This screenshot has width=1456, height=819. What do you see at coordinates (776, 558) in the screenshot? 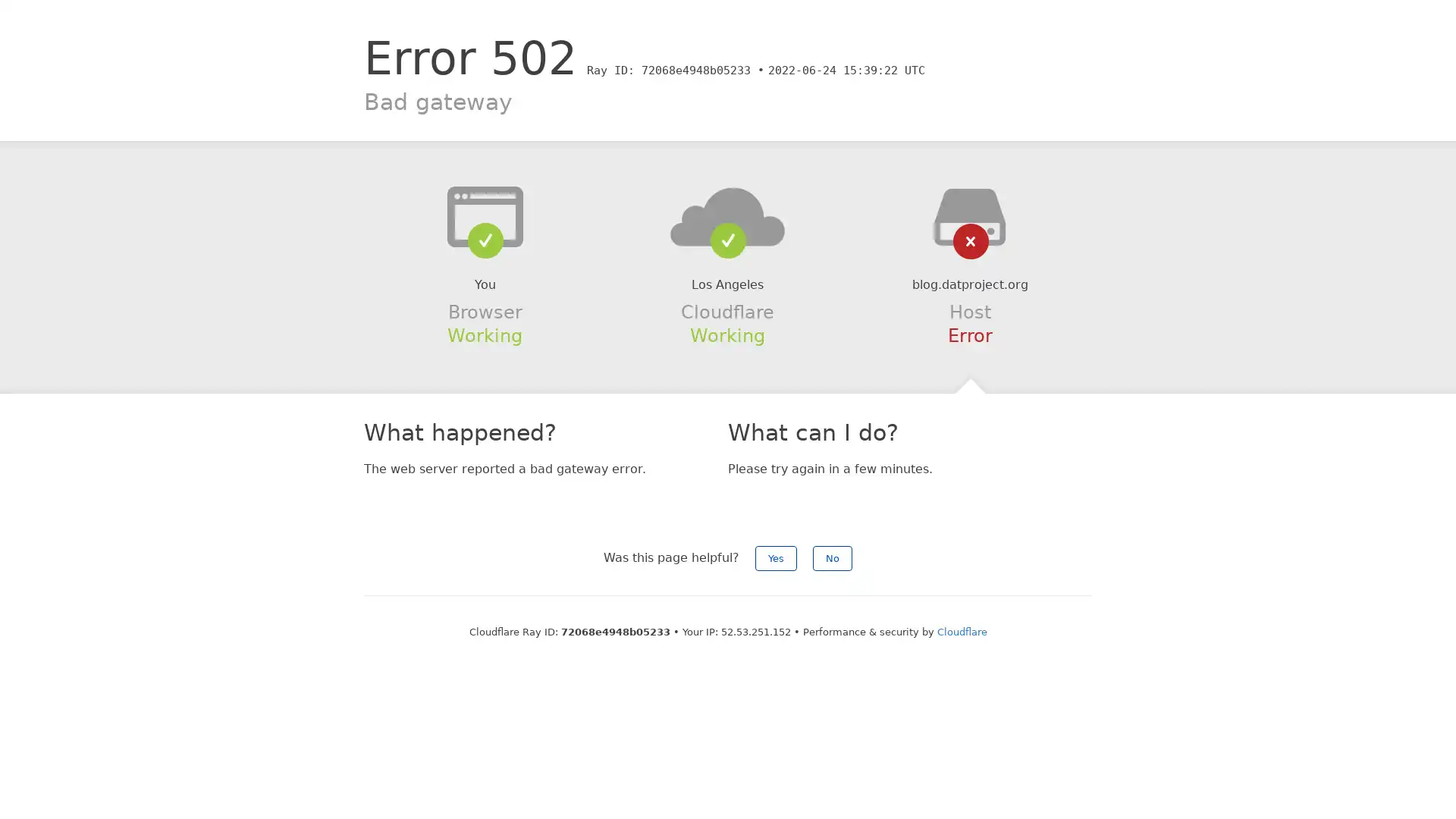
I see `Yes` at bounding box center [776, 558].